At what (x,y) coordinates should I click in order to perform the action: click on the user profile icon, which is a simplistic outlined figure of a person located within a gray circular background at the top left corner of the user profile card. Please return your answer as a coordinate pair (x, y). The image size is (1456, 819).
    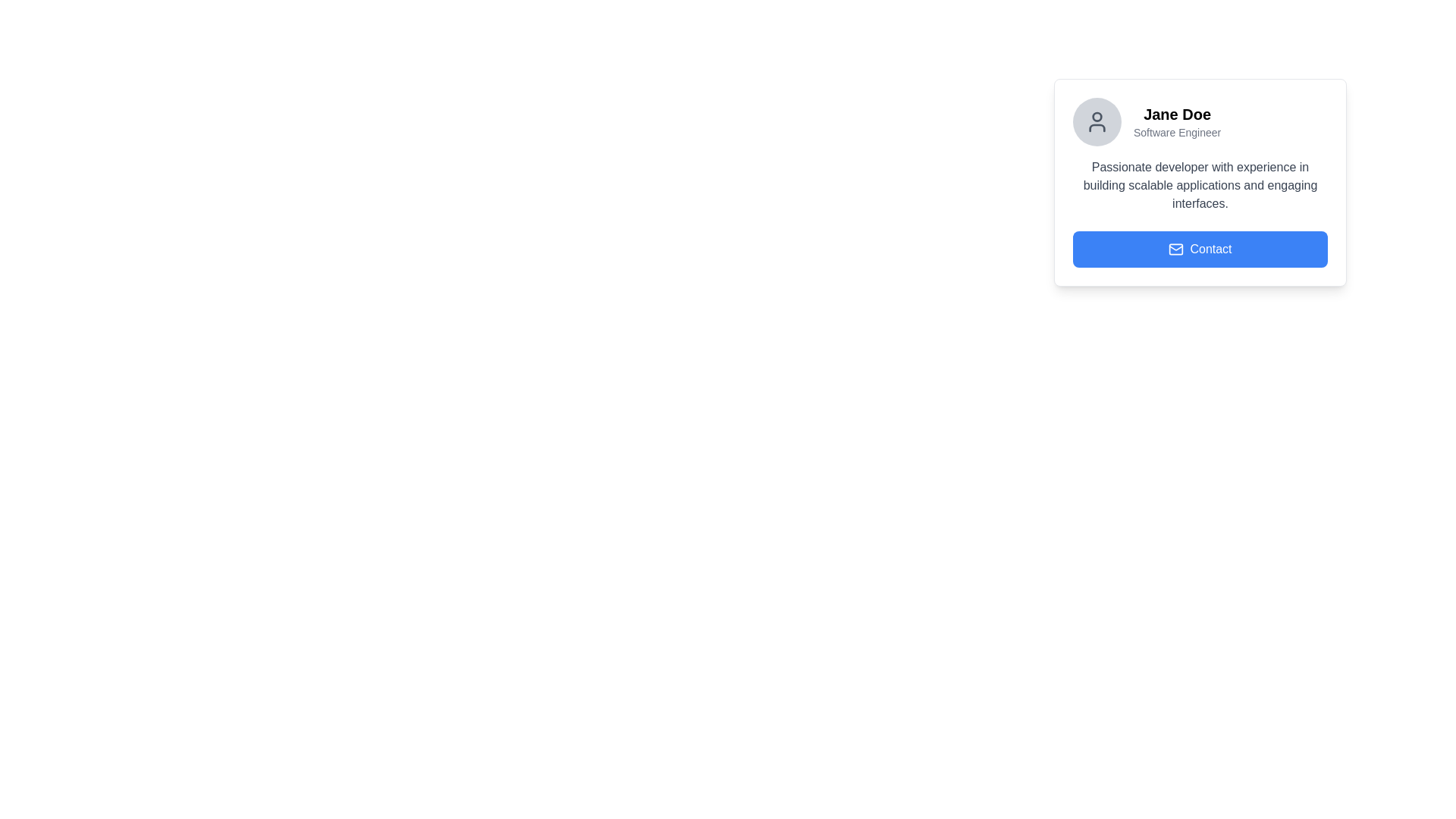
    Looking at the image, I should click on (1097, 121).